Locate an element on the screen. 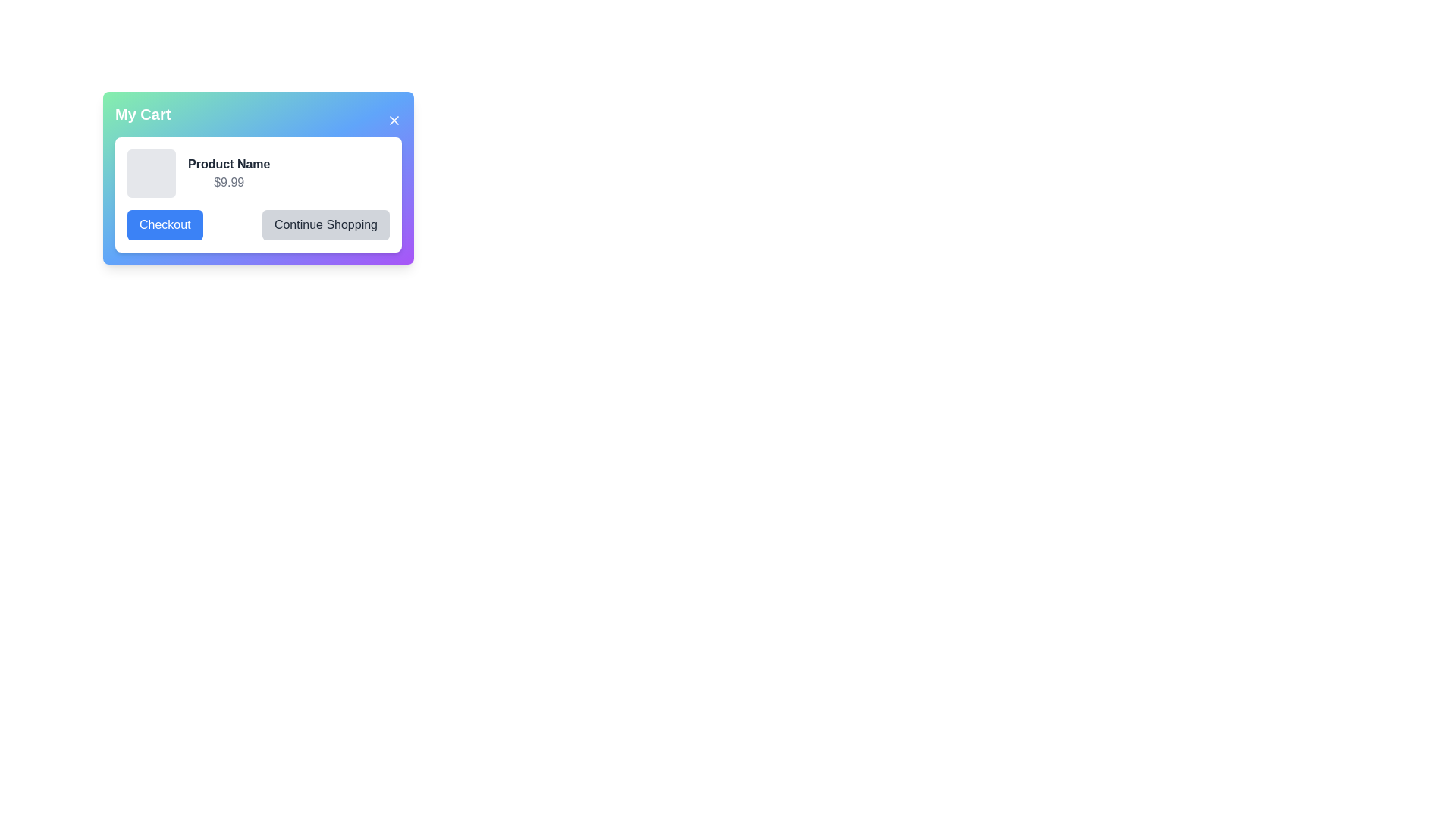  the close button located at the top-right corner of the 'My Cart' modal window to change its color is located at coordinates (394, 119).